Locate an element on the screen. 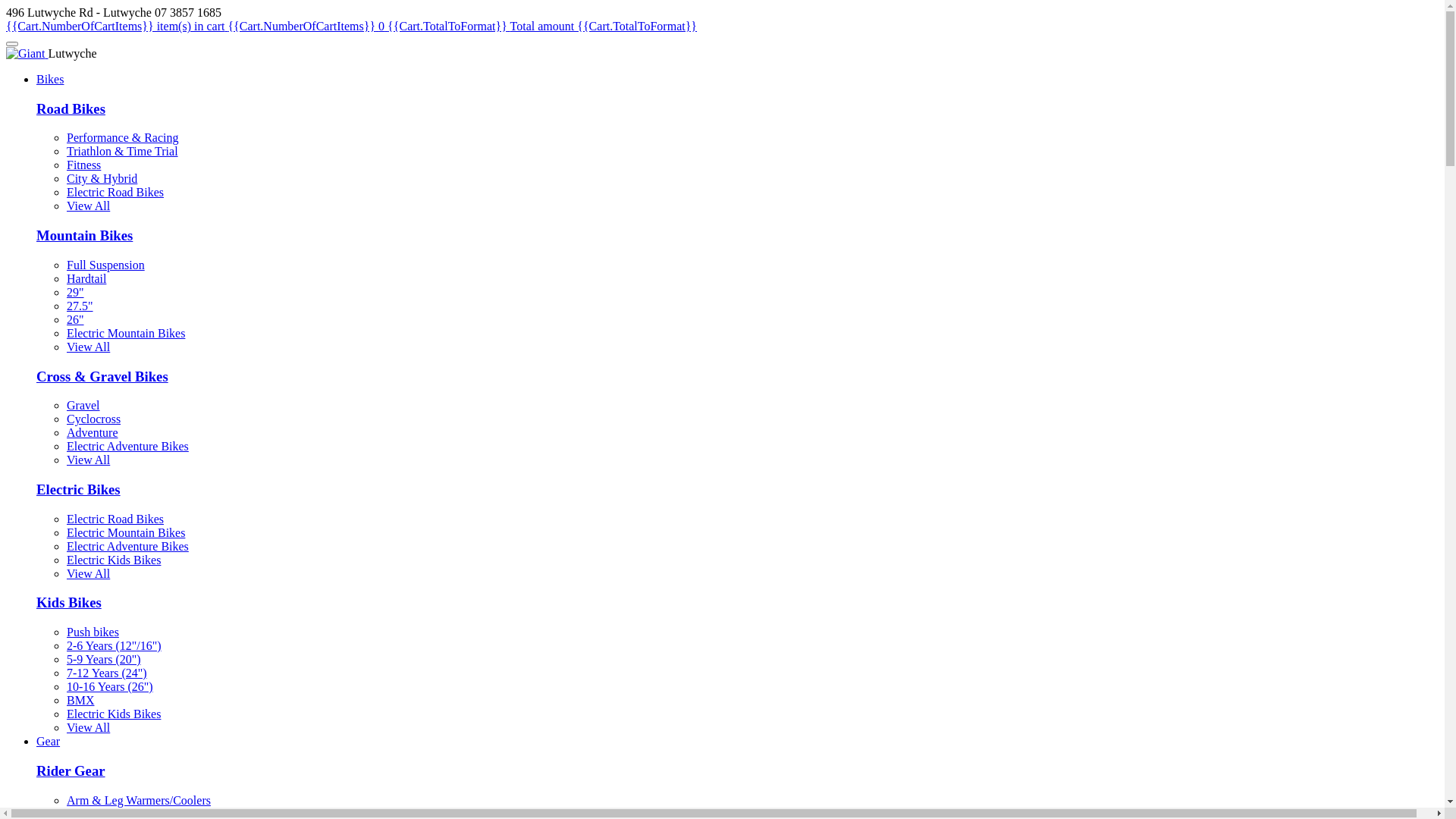  '27.5"' is located at coordinates (79, 306).